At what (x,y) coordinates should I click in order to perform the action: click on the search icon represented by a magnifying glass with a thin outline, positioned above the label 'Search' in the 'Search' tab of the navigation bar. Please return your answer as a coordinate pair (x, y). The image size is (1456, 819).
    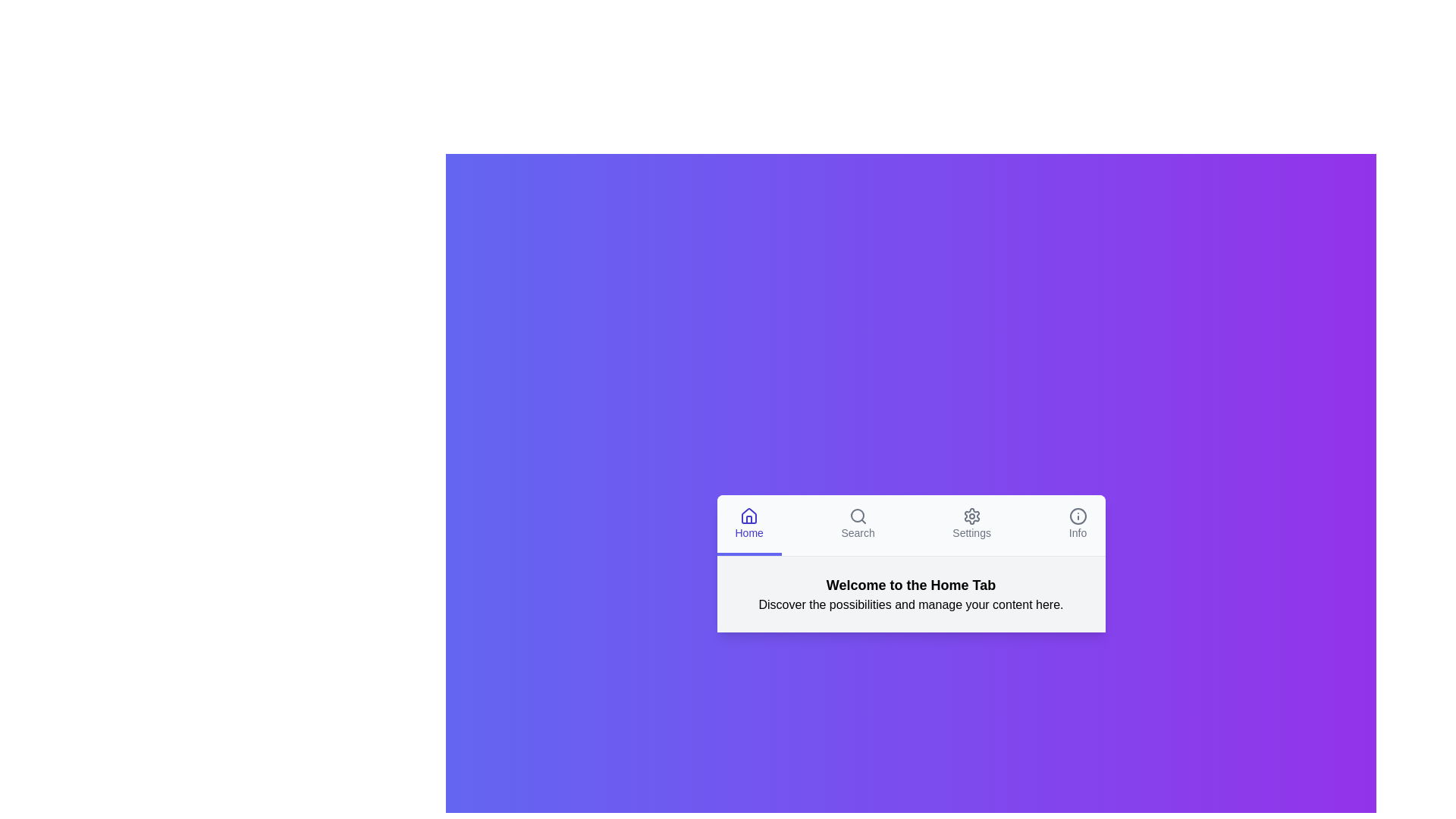
    Looking at the image, I should click on (858, 515).